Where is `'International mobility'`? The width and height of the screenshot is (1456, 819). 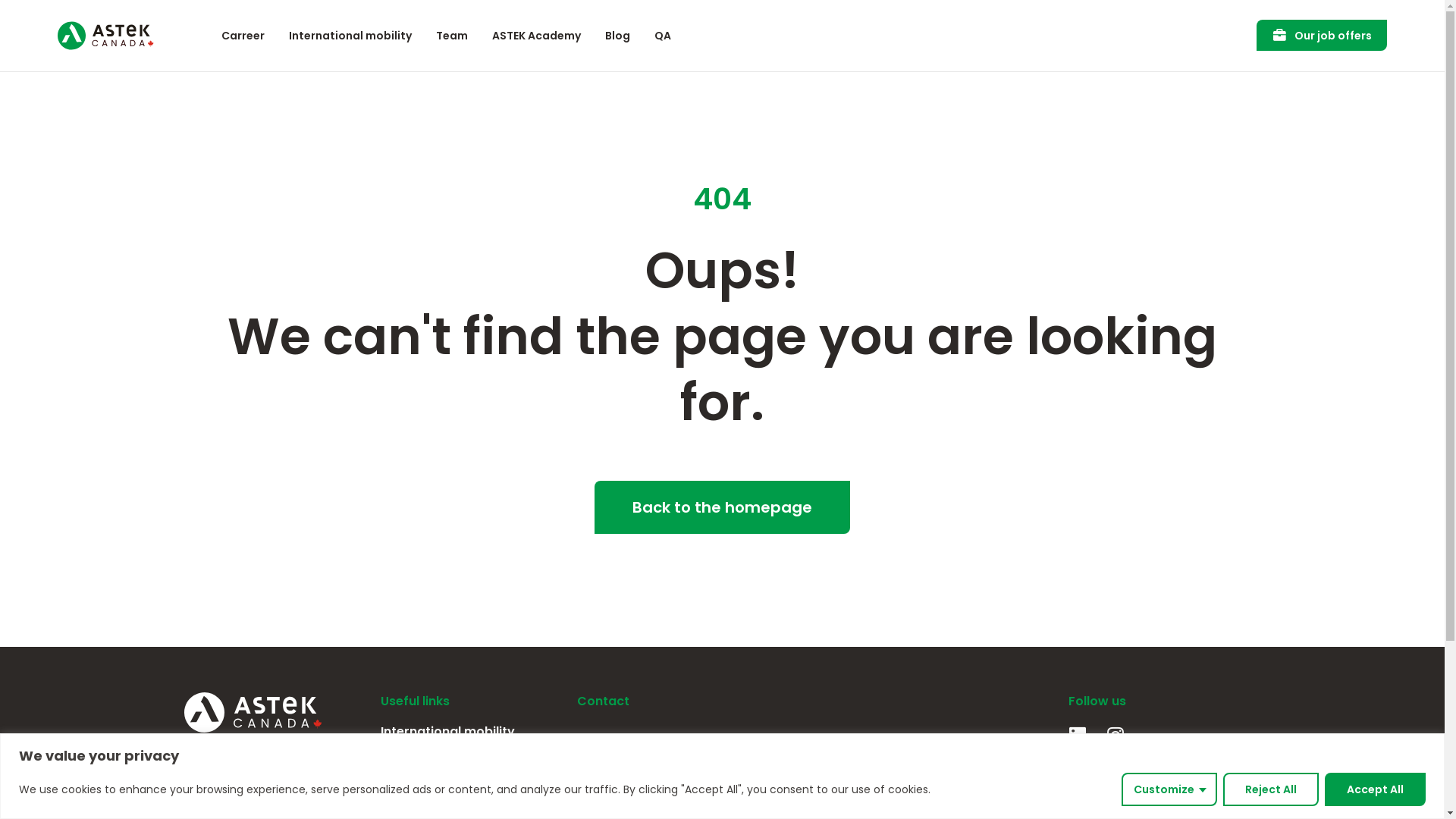 'International mobility' is located at coordinates (349, 34).